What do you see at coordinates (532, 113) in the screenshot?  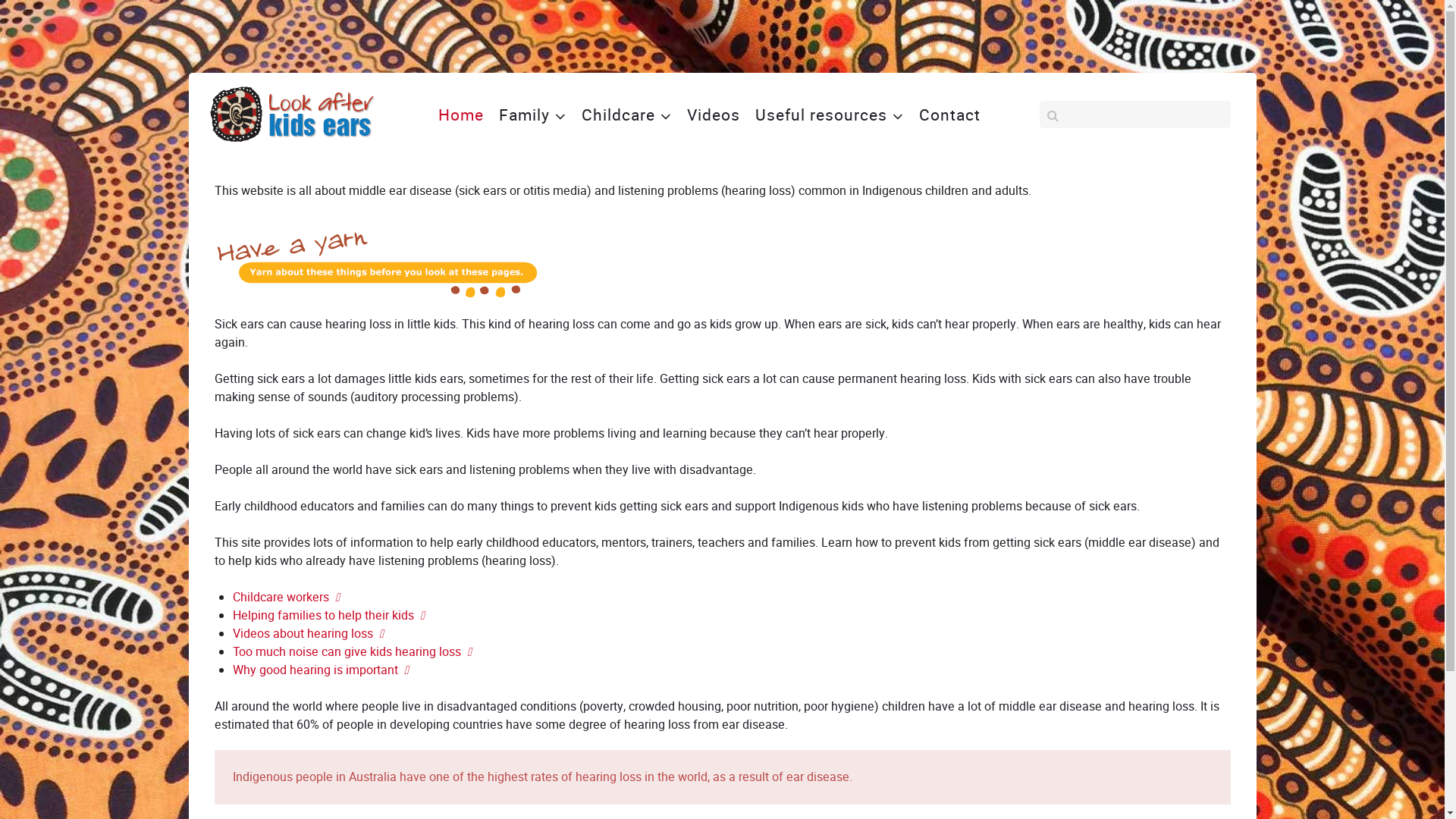 I see `'Family'` at bounding box center [532, 113].